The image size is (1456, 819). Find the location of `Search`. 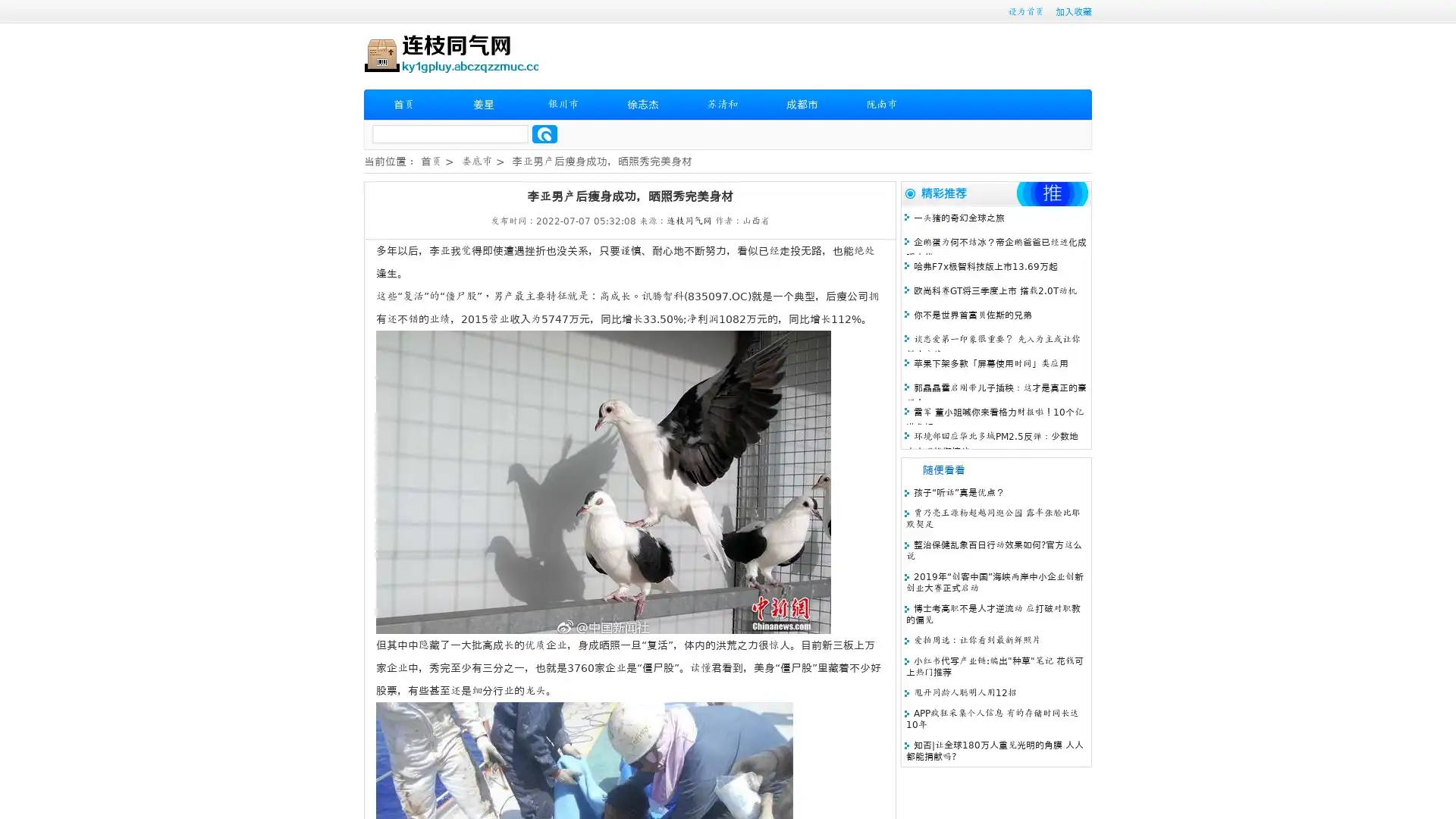

Search is located at coordinates (544, 133).